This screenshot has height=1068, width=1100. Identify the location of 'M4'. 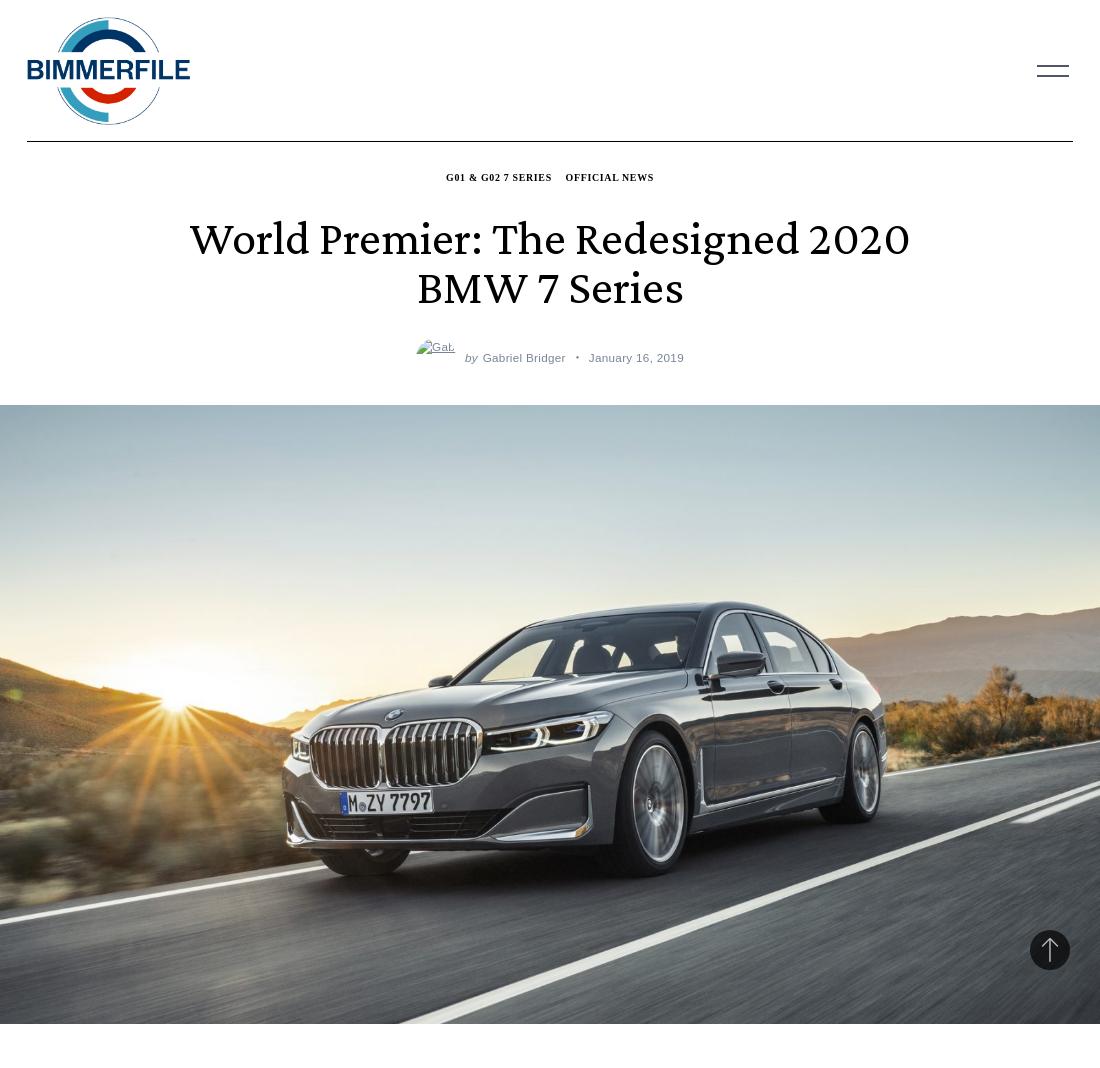
(411, 142).